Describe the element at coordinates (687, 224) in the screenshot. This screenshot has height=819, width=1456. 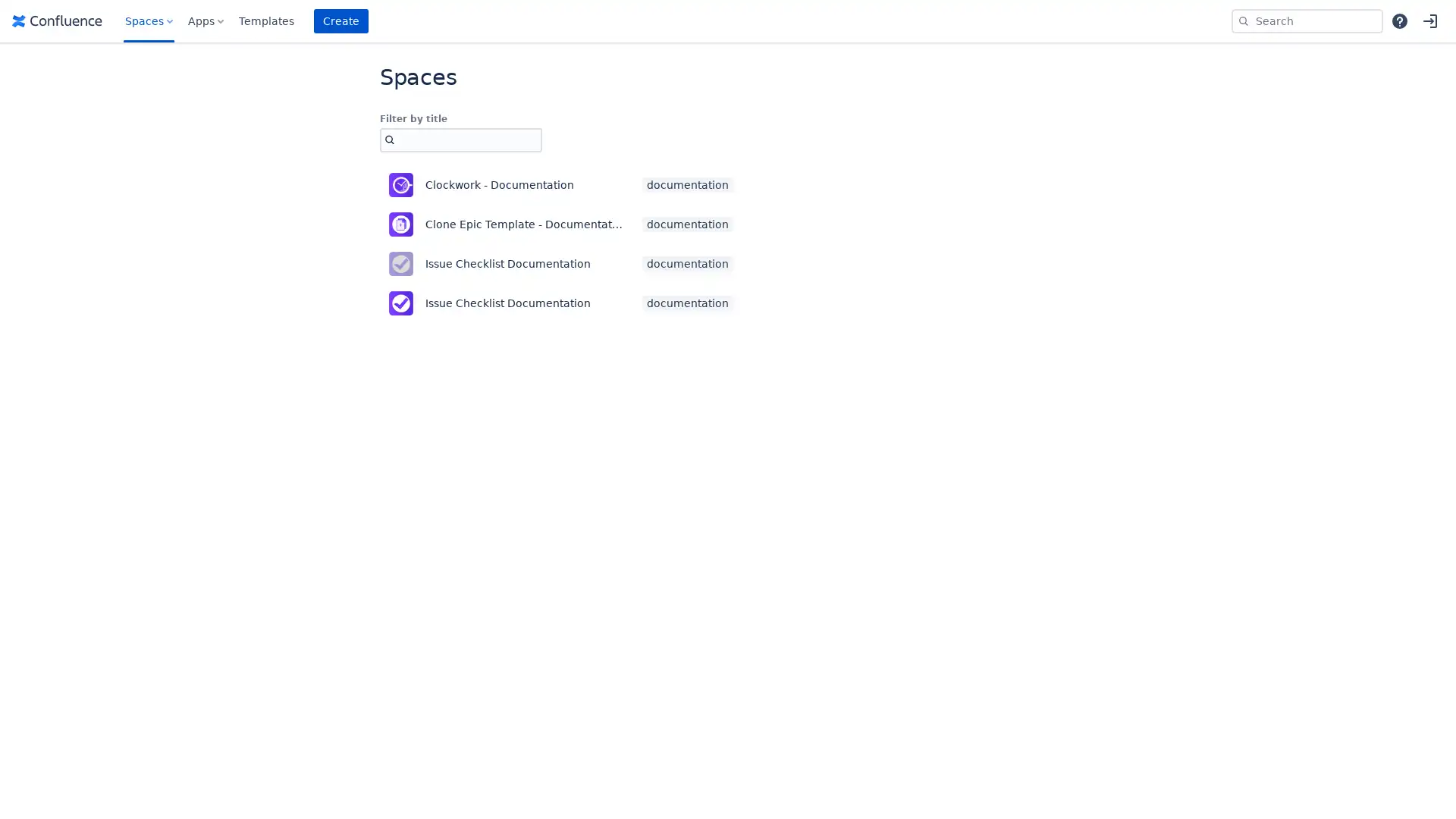
I see `documentation` at that location.